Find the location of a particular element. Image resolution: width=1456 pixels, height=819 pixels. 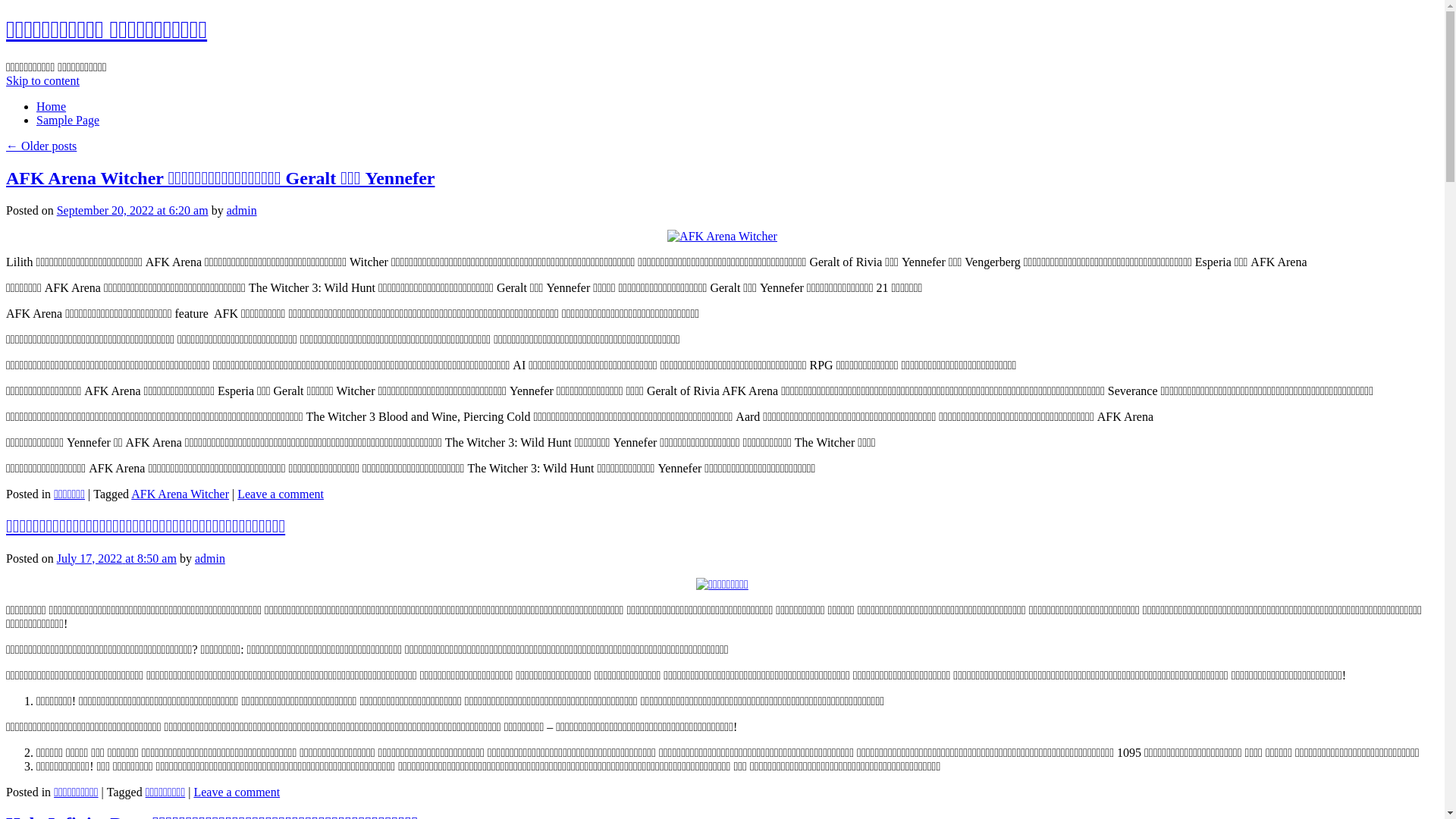

'admin' is located at coordinates (240, 210).